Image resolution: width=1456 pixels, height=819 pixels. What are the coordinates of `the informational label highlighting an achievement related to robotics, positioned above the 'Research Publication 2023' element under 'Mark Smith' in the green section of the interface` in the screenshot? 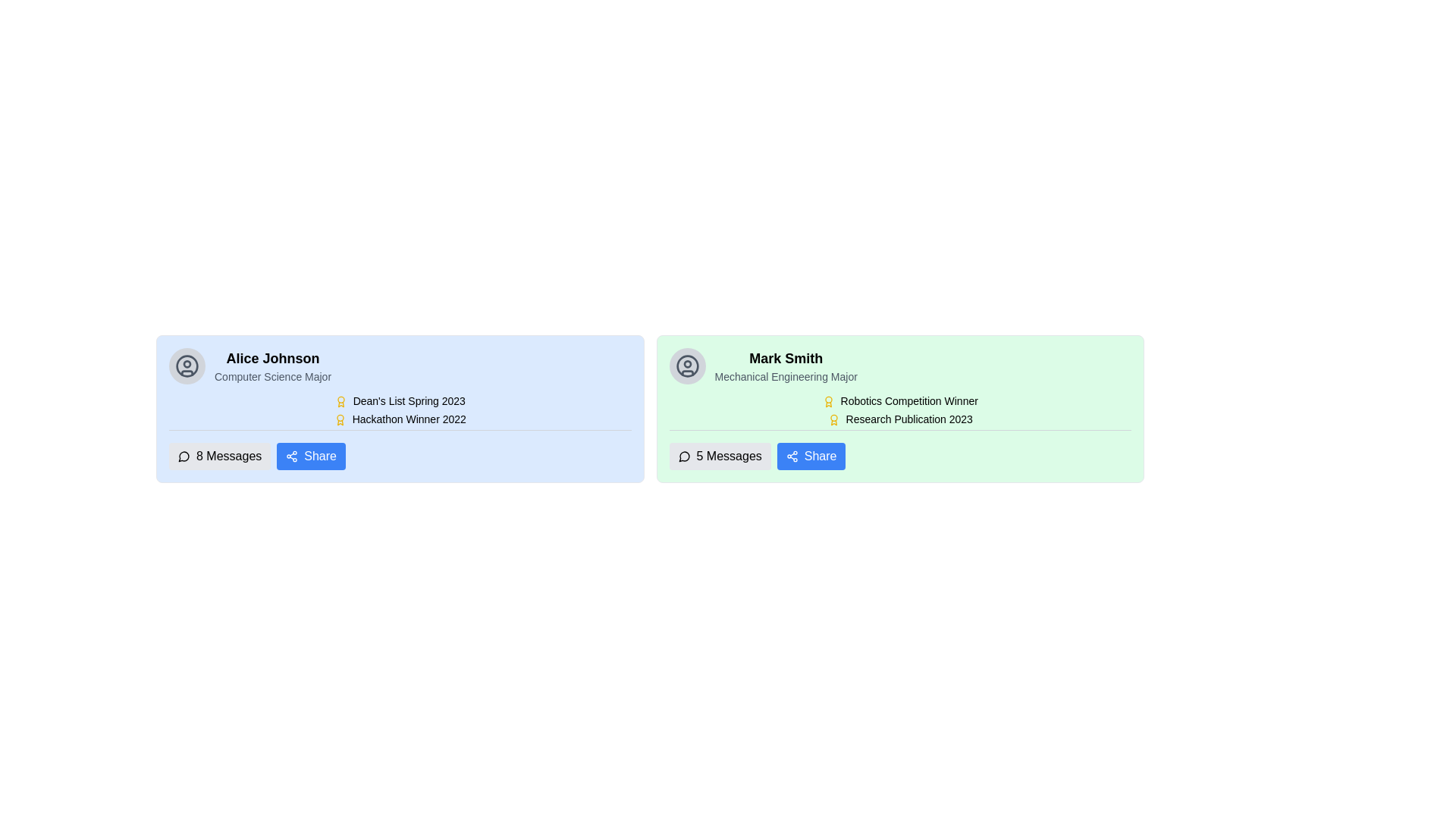 It's located at (900, 400).